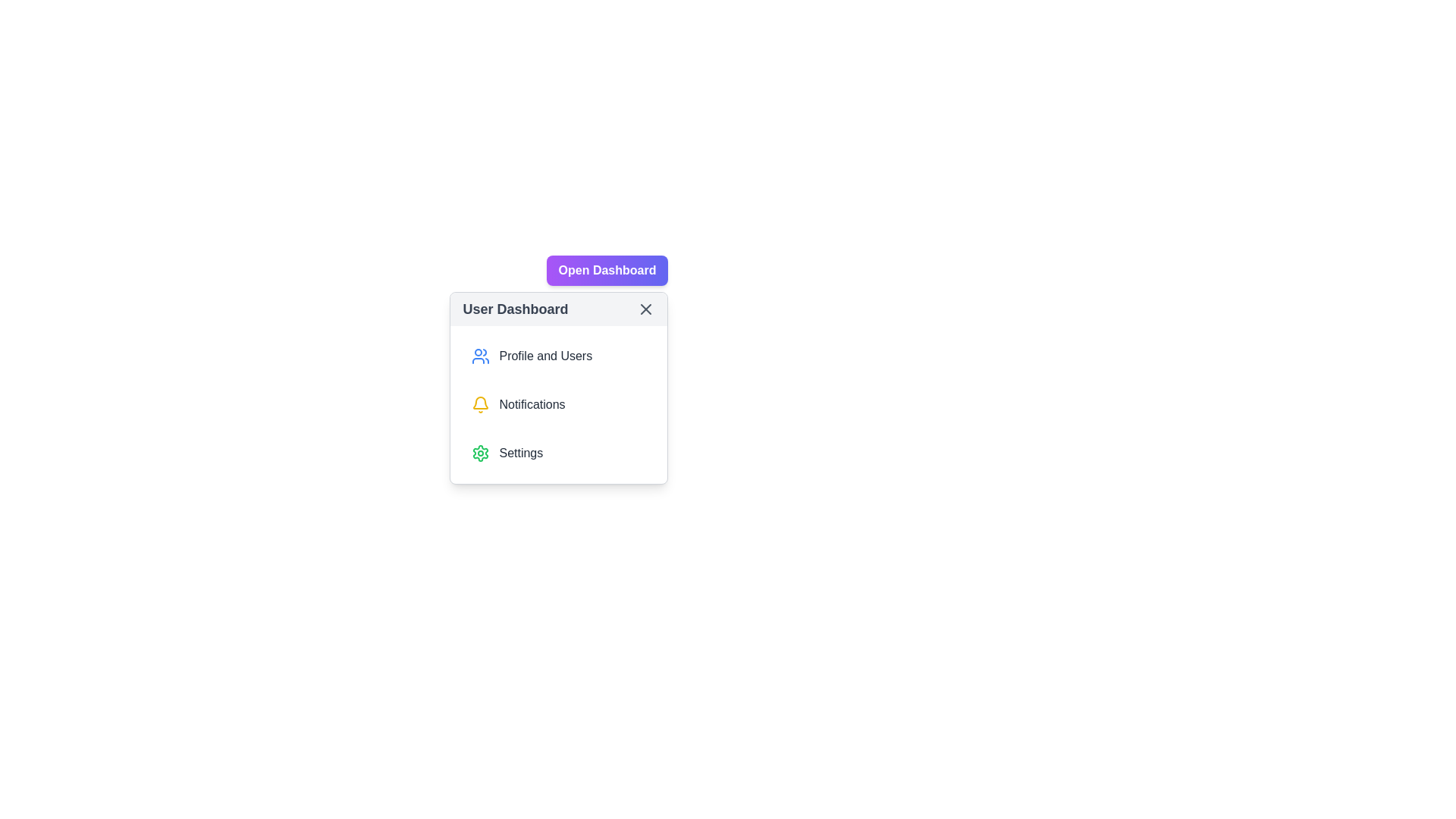 This screenshot has width=1456, height=819. What do you see at coordinates (480, 356) in the screenshot?
I see `the Profile and Users icon, which is the first element in the menu option on the dashboard, located to the left of the text 'Profile and Users'` at bounding box center [480, 356].